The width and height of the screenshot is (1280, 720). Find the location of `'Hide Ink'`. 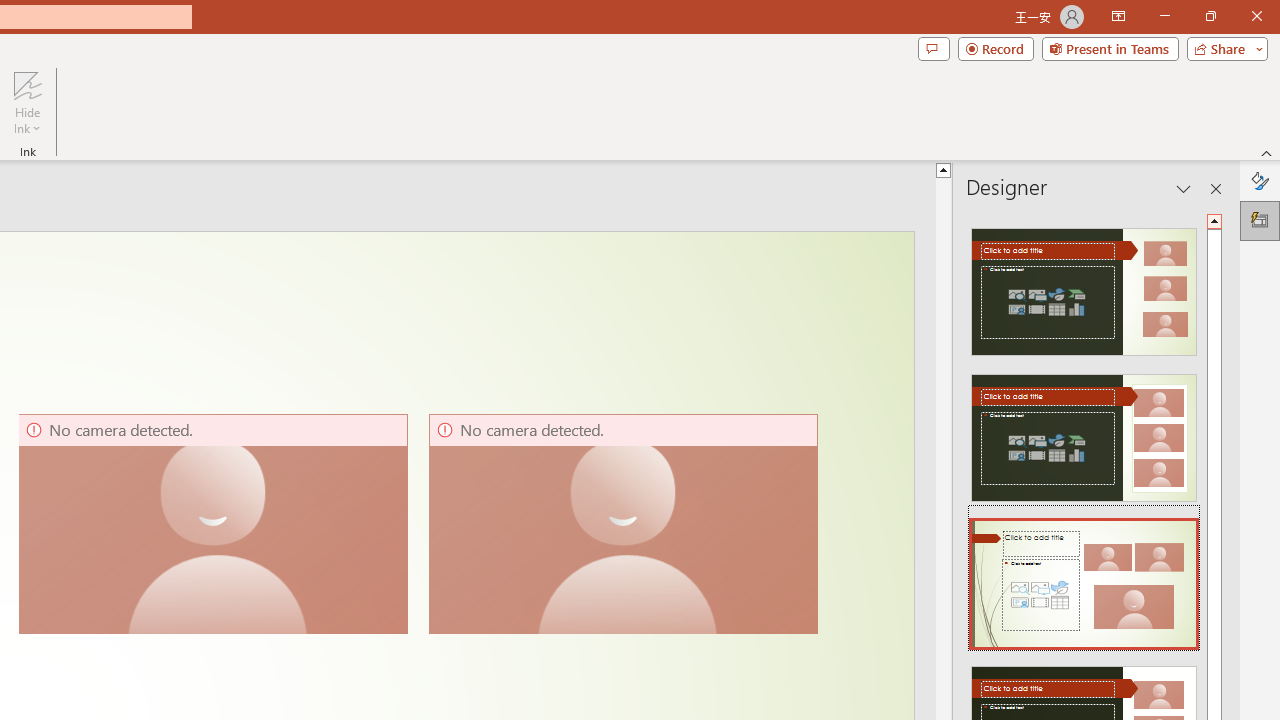

'Hide Ink' is located at coordinates (27, 103).